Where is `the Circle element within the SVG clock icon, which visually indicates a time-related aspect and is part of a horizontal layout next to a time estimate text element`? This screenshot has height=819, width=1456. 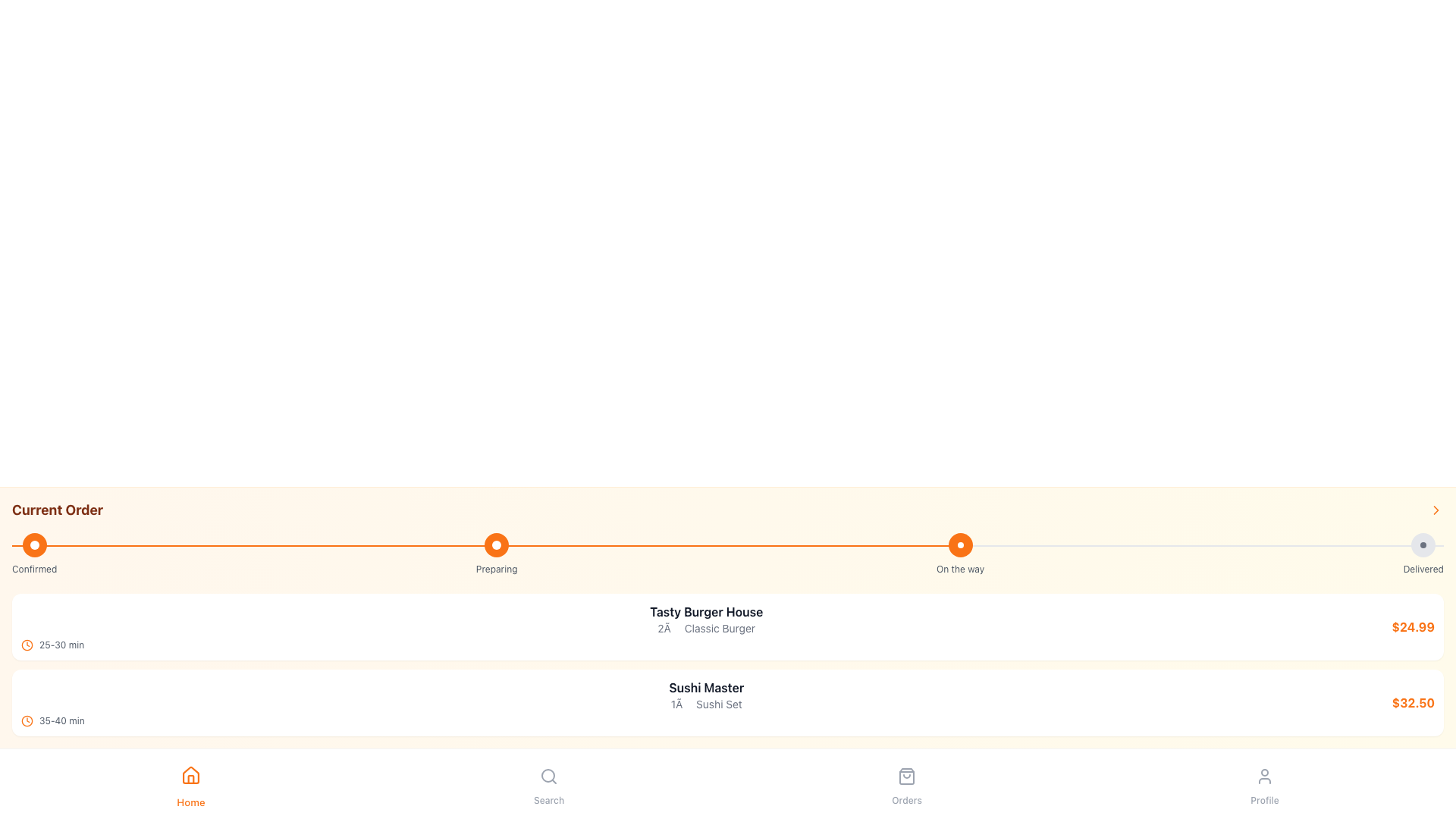 the Circle element within the SVG clock icon, which visually indicates a time-related aspect and is part of a horizontal layout next to a time estimate text element is located at coordinates (27, 645).